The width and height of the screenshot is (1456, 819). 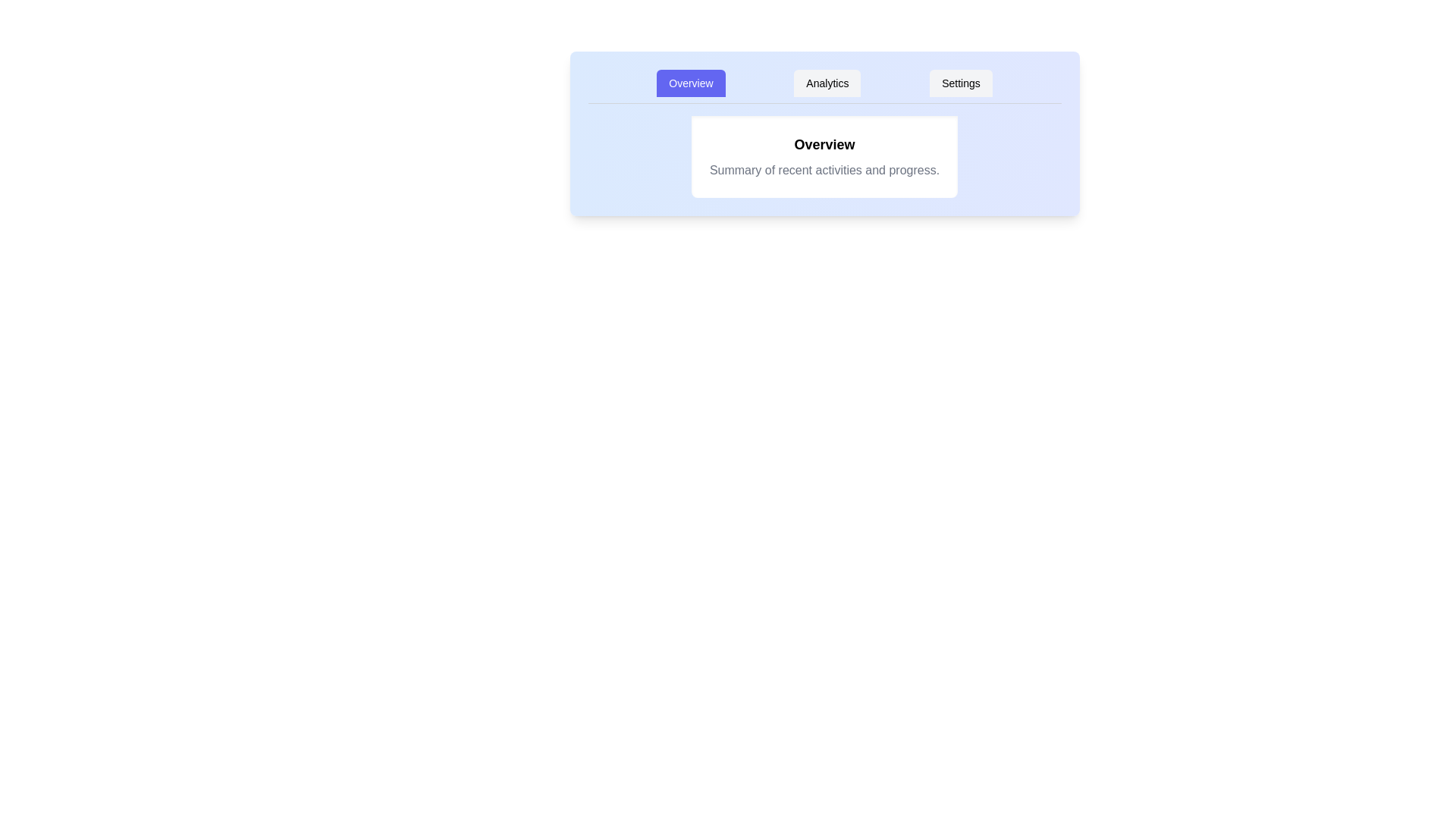 What do you see at coordinates (690, 83) in the screenshot?
I see `the Overview tab by clicking on its button` at bounding box center [690, 83].